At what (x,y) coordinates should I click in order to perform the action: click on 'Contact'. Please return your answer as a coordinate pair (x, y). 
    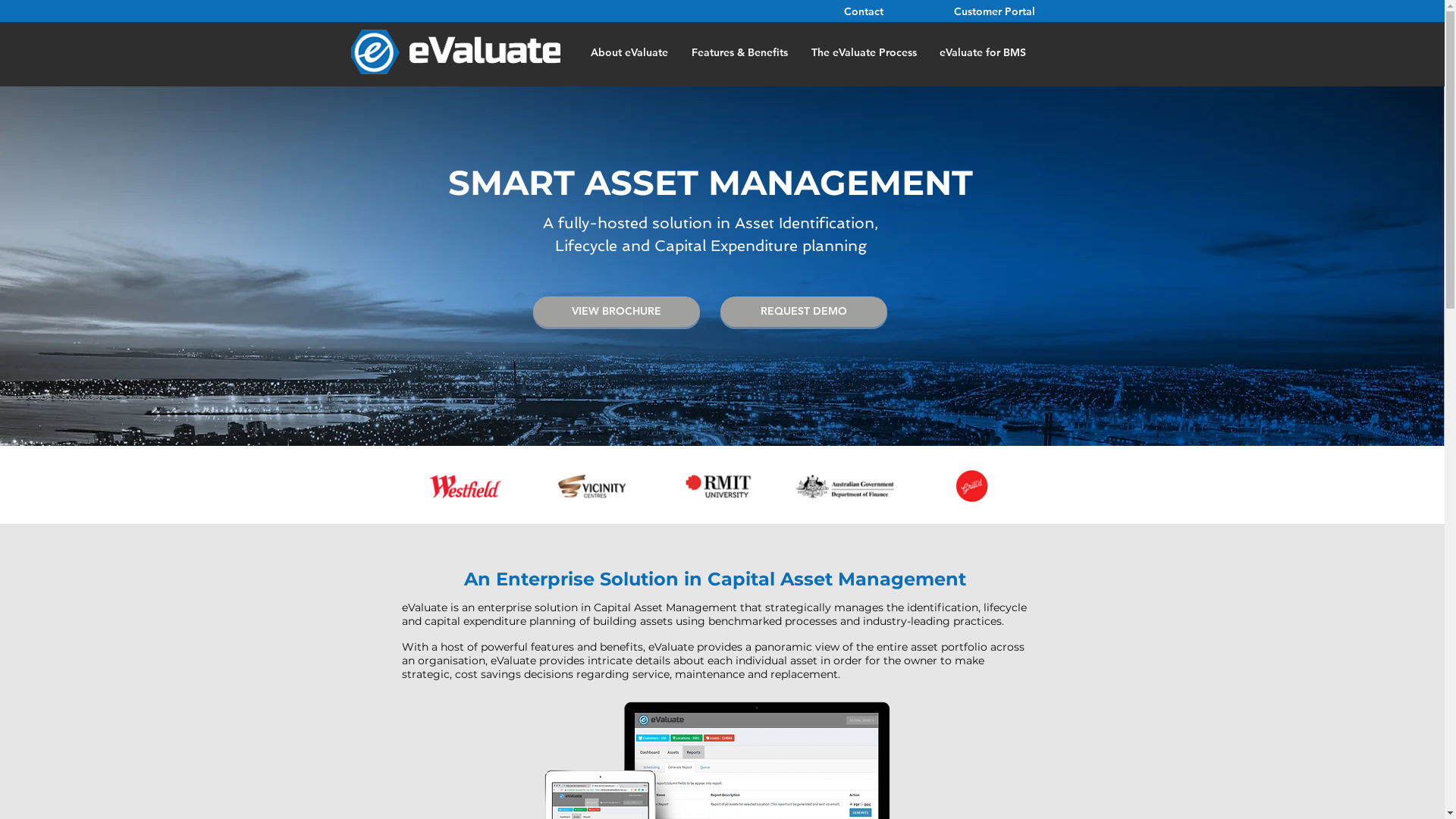
    Looking at the image, I should click on (811, 11).